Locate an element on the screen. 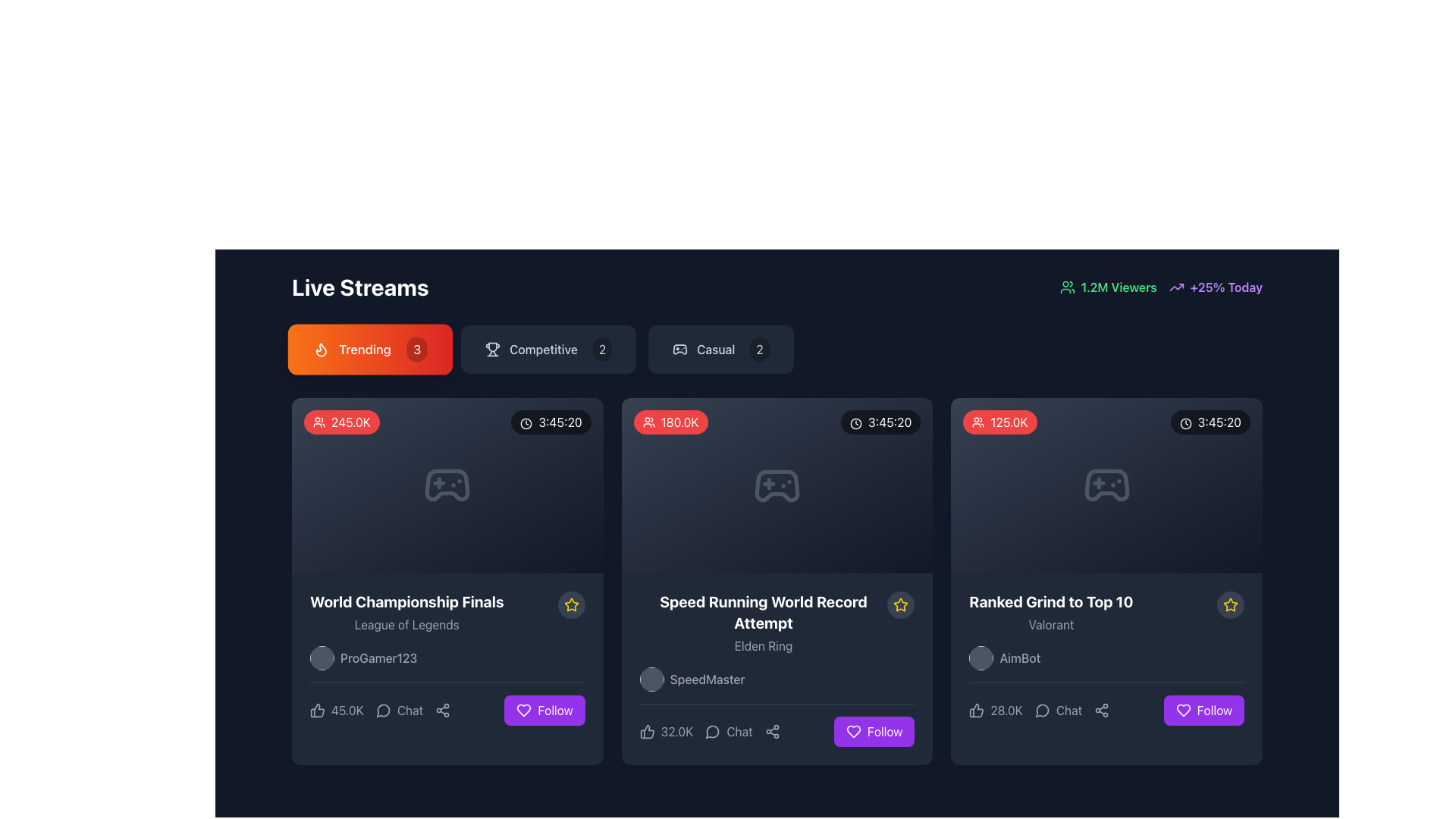  the visual representation of the trophy icon located next to the text 'Competitive', which is the first item in a row of menu icons under the 'Live Streams' heading is located at coordinates (493, 350).